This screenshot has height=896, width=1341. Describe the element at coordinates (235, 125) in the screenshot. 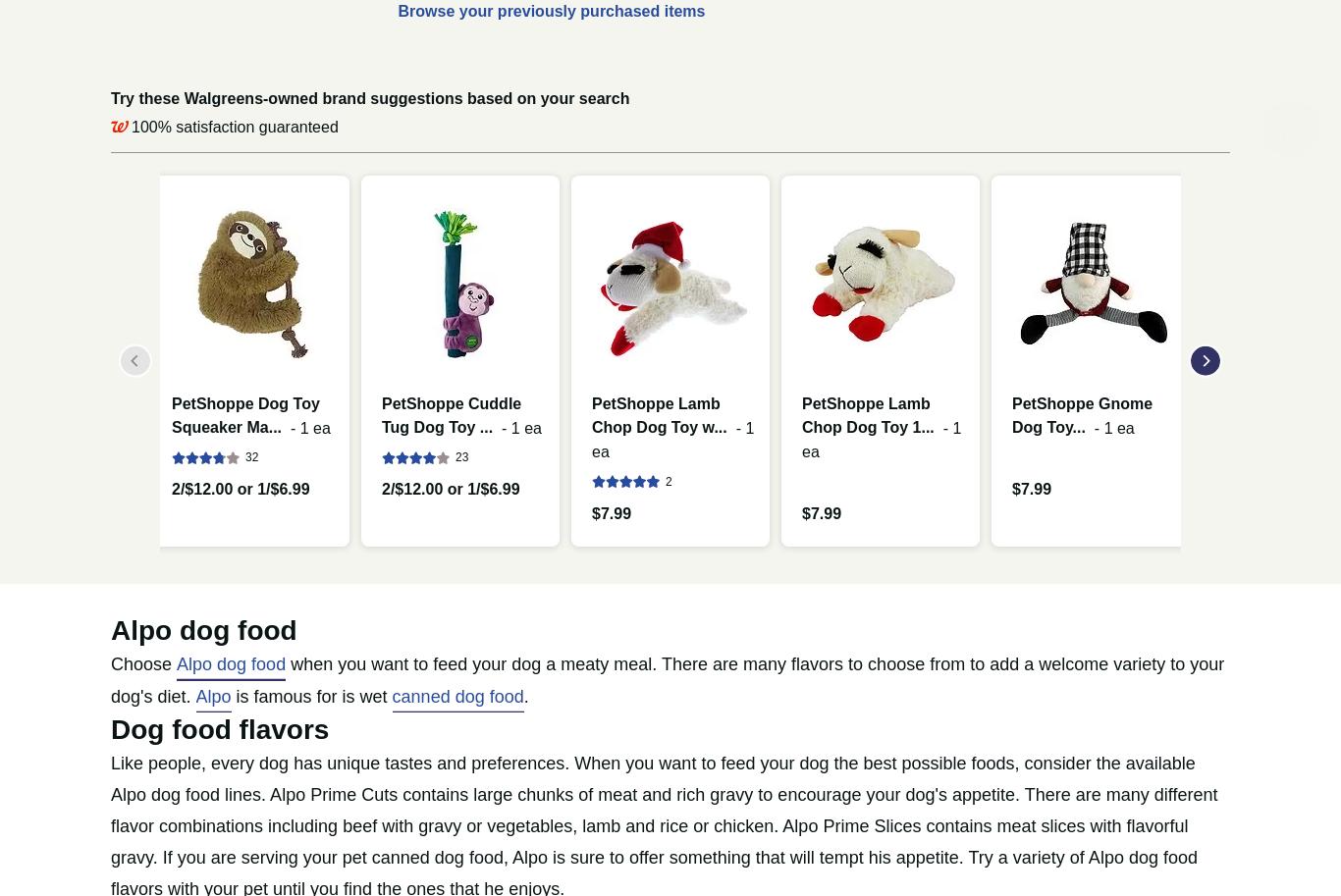

I see `'100% satisfaction guaranteed'` at that location.